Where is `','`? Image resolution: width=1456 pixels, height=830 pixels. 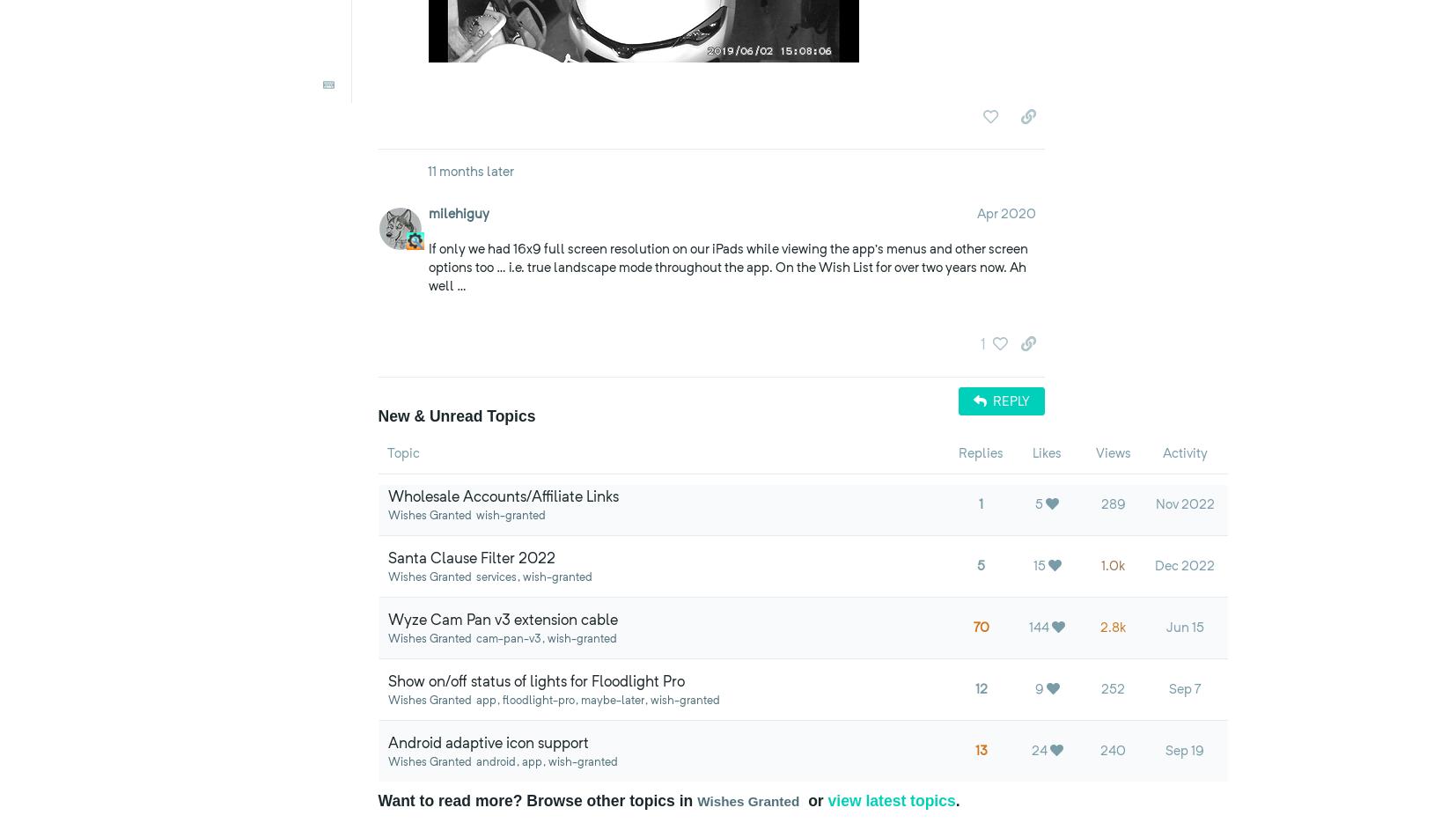
',' is located at coordinates (732, 64).